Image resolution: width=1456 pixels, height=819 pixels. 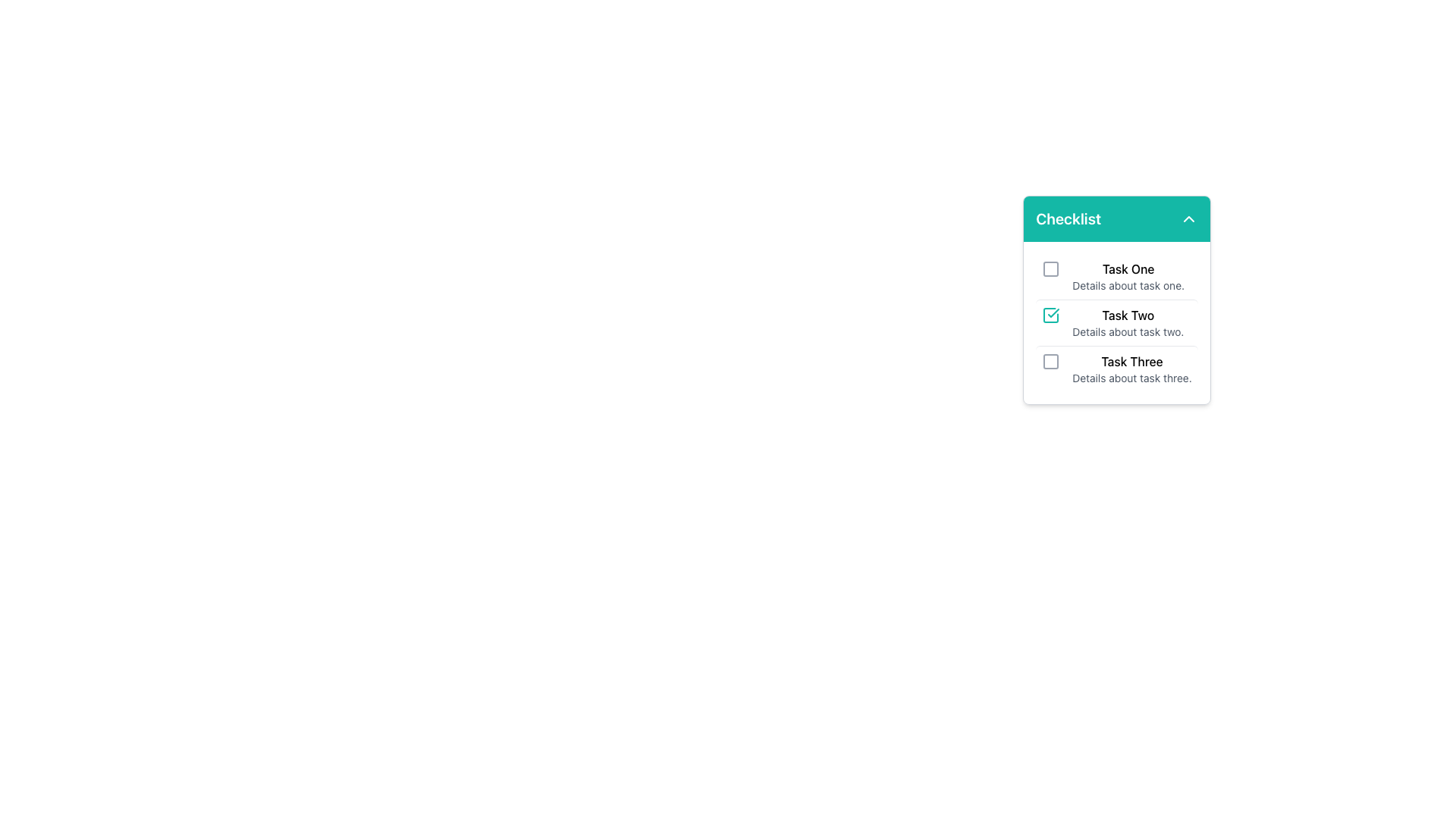 What do you see at coordinates (1117, 369) in the screenshot?
I see `the title of the checklist item labeled 'Task Three'` at bounding box center [1117, 369].